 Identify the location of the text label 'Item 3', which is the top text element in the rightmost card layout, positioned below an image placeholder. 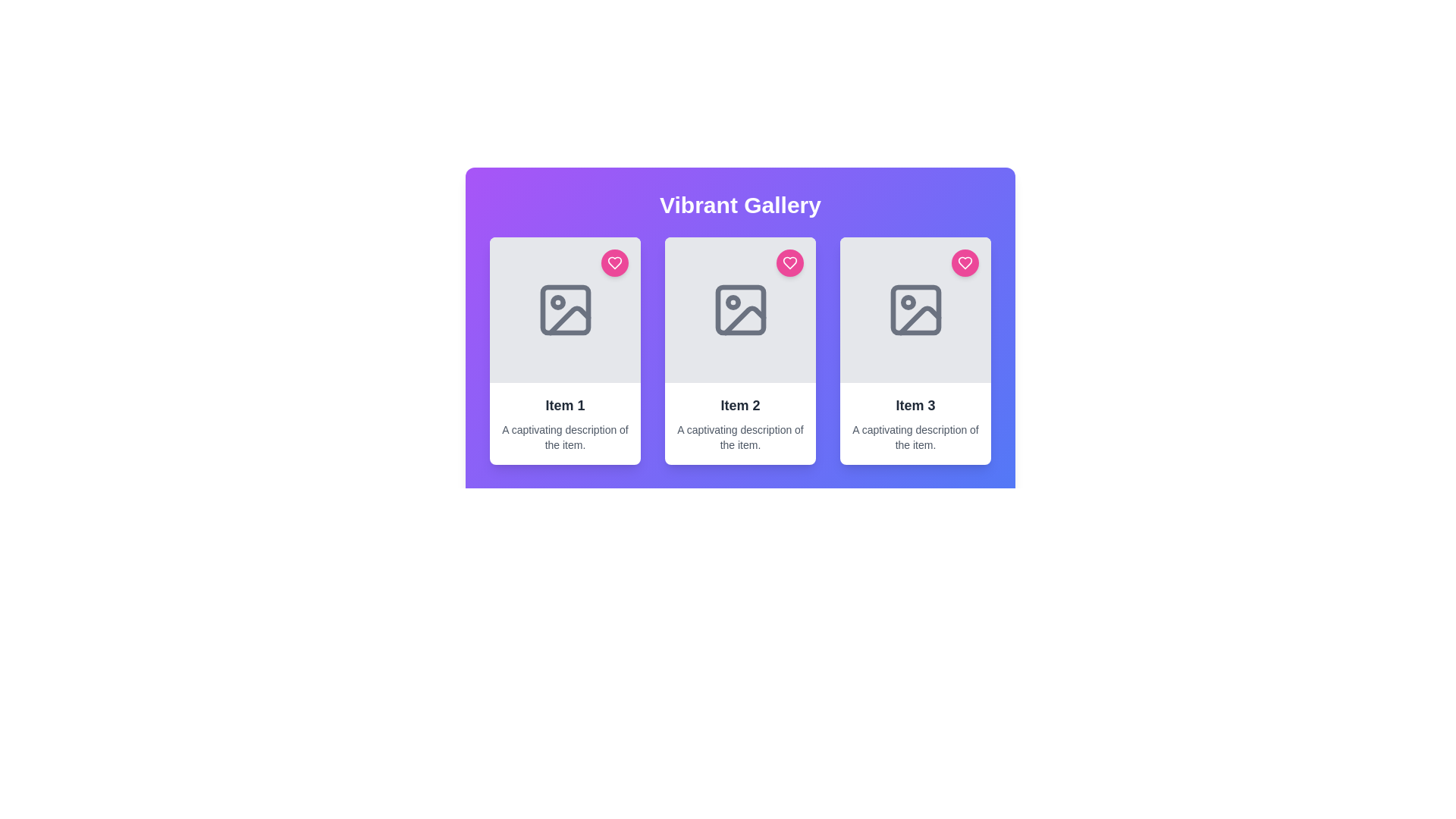
(915, 405).